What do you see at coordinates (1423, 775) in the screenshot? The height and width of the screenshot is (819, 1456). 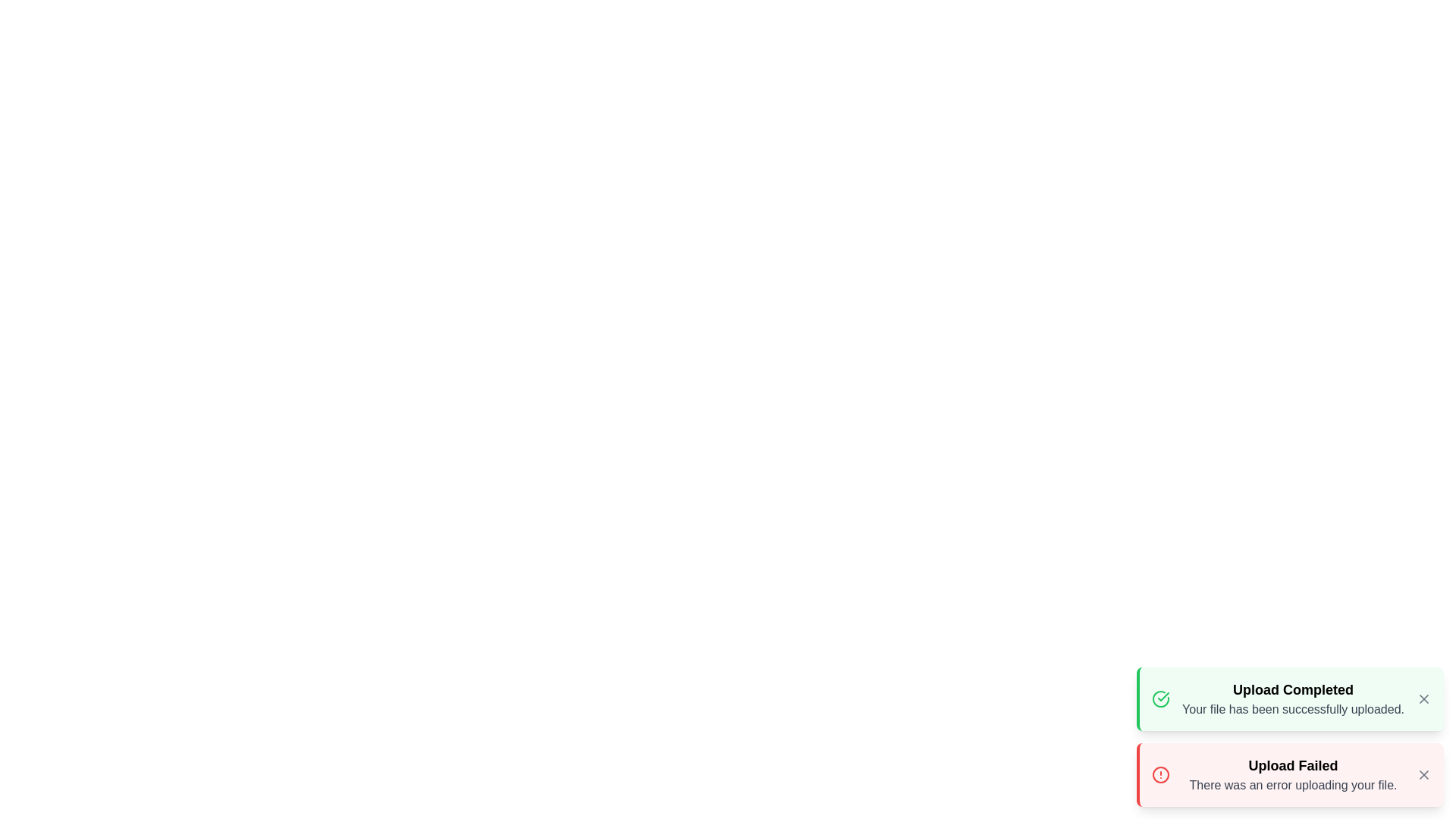 I see `the close button styled as an 'X' icon located at the bottom right corner of the 'Upload Failed' error message box to trigger the color transition effect` at bounding box center [1423, 775].